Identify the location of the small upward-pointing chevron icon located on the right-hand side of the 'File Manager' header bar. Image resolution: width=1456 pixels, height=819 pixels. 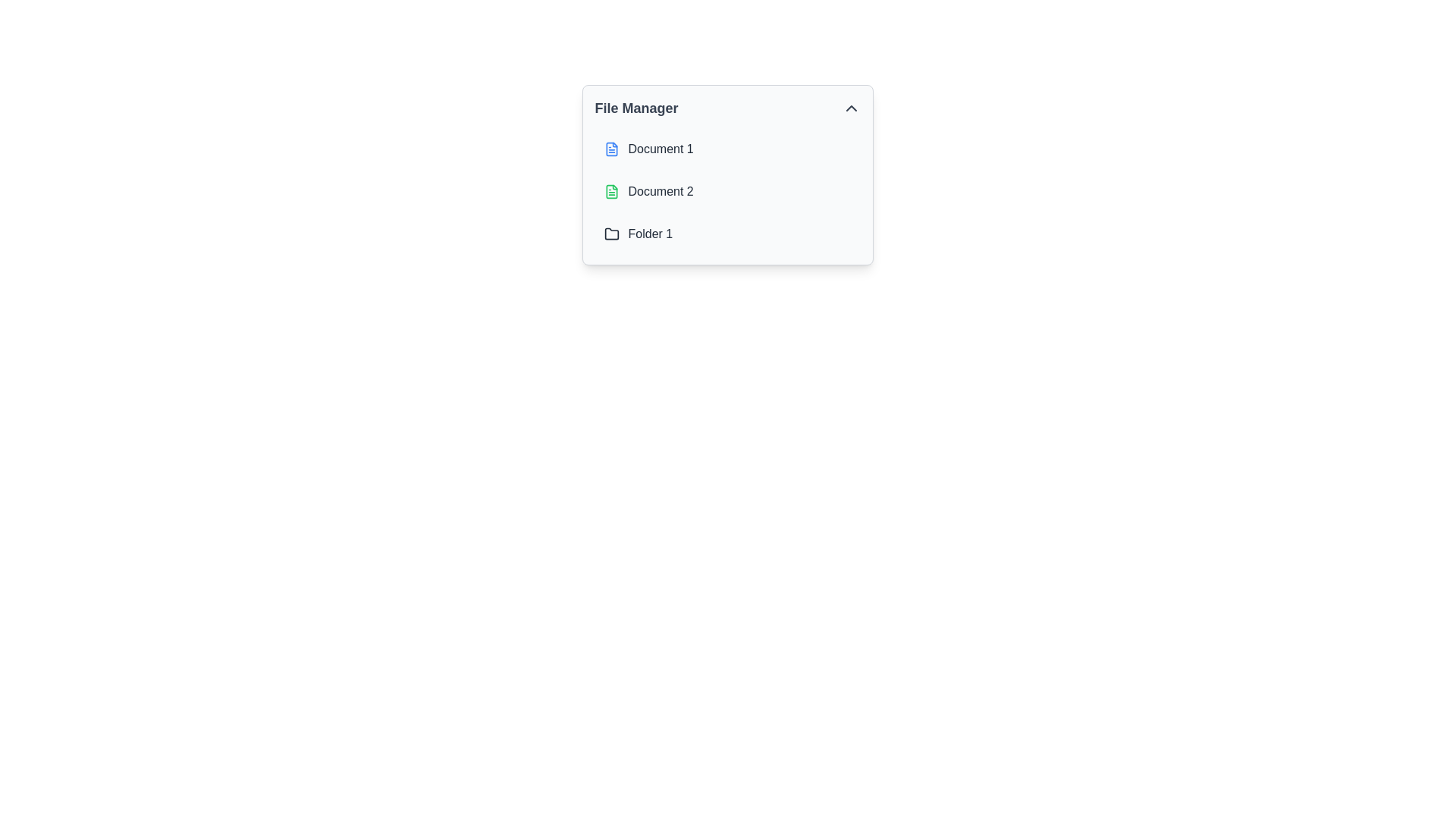
(851, 107).